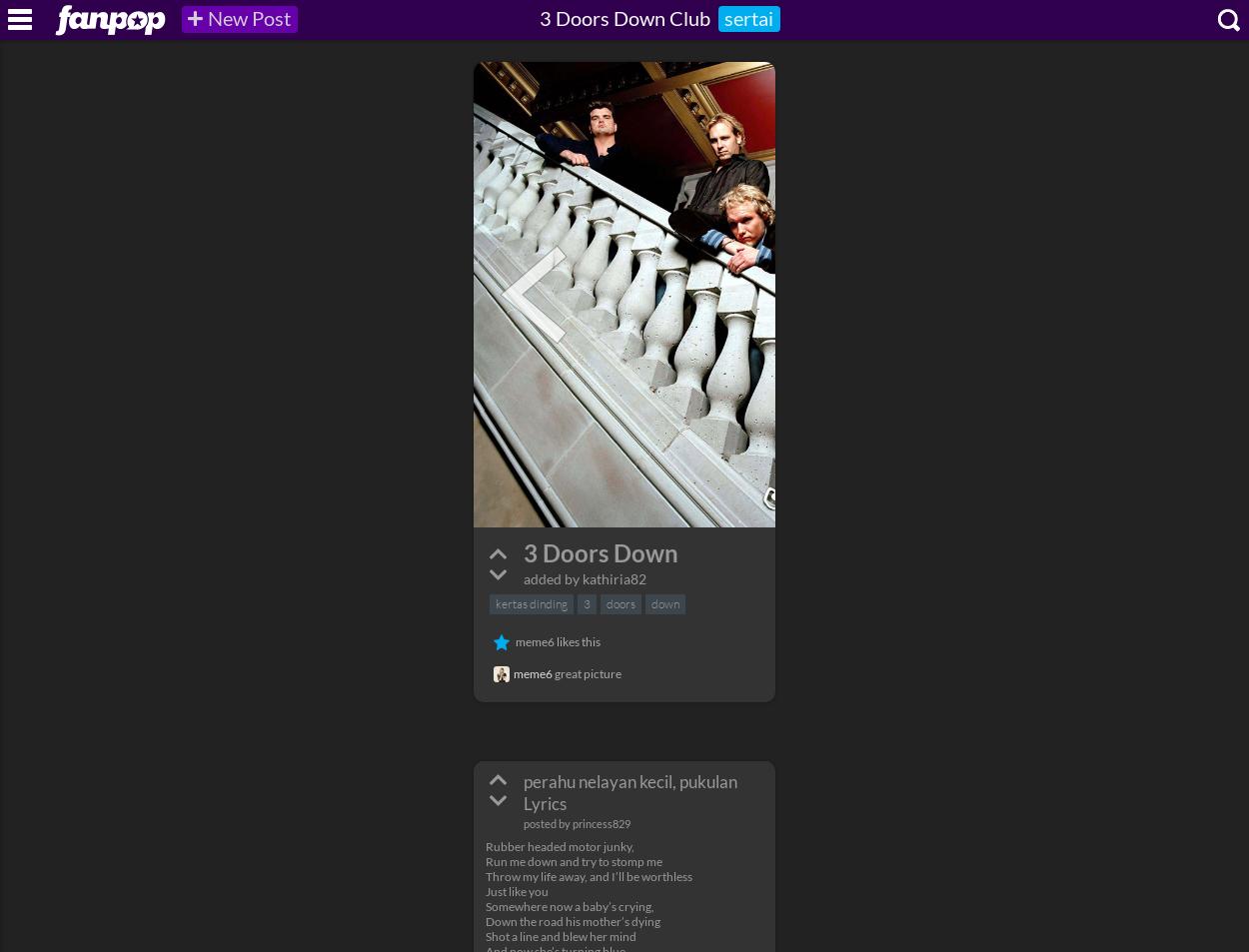 This screenshot has width=1249, height=952. Describe the element at coordinates (586, 672) in the screenshot. I see `'great picture'` at that location.